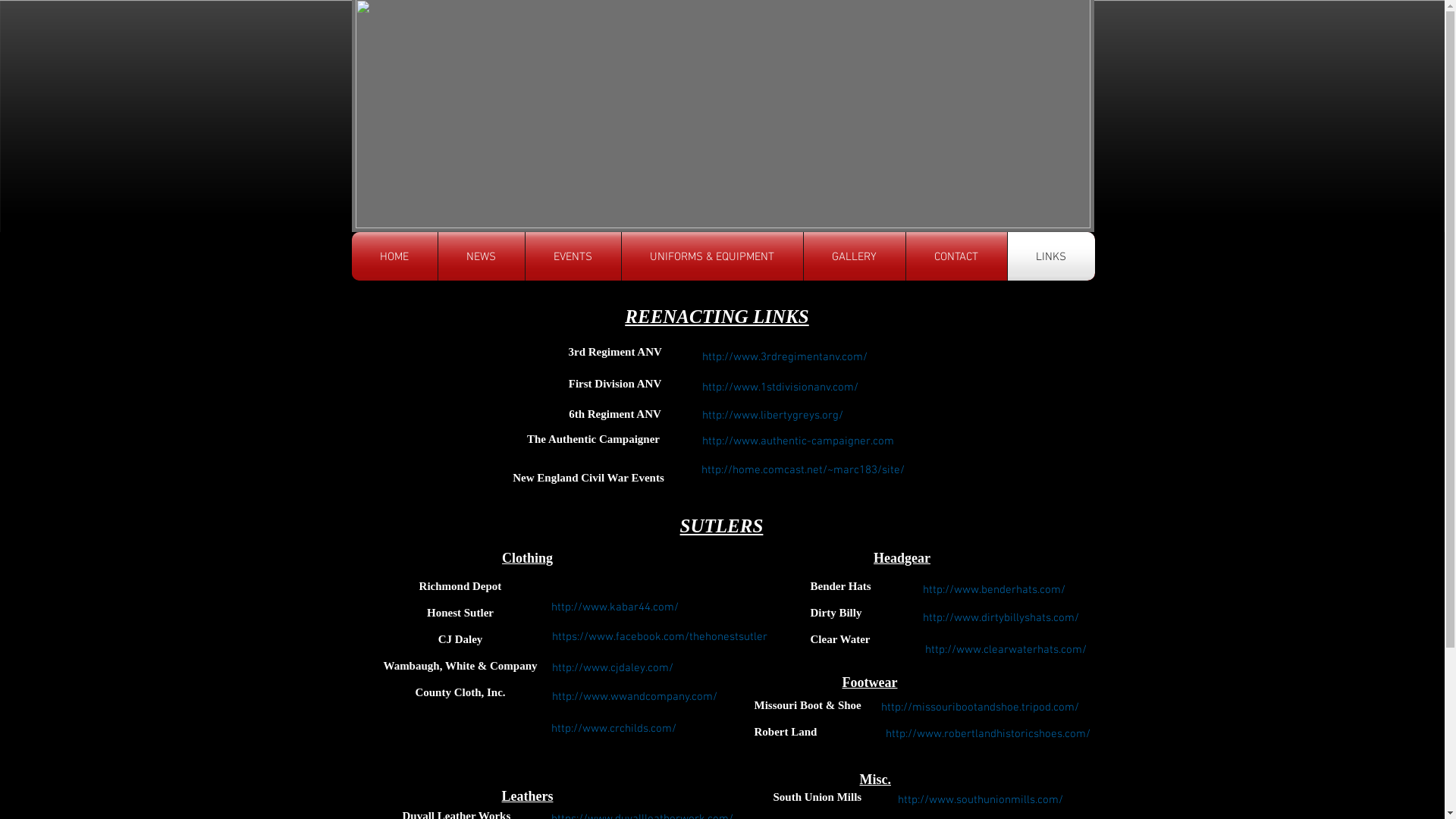 The height and width of the screenshot is (819, 1456). What do you see at coordinates (1000, 617) in the screenshot?
I see `'http://www.dirtybillyshats.com/'` at bounding box center [1000, 617].